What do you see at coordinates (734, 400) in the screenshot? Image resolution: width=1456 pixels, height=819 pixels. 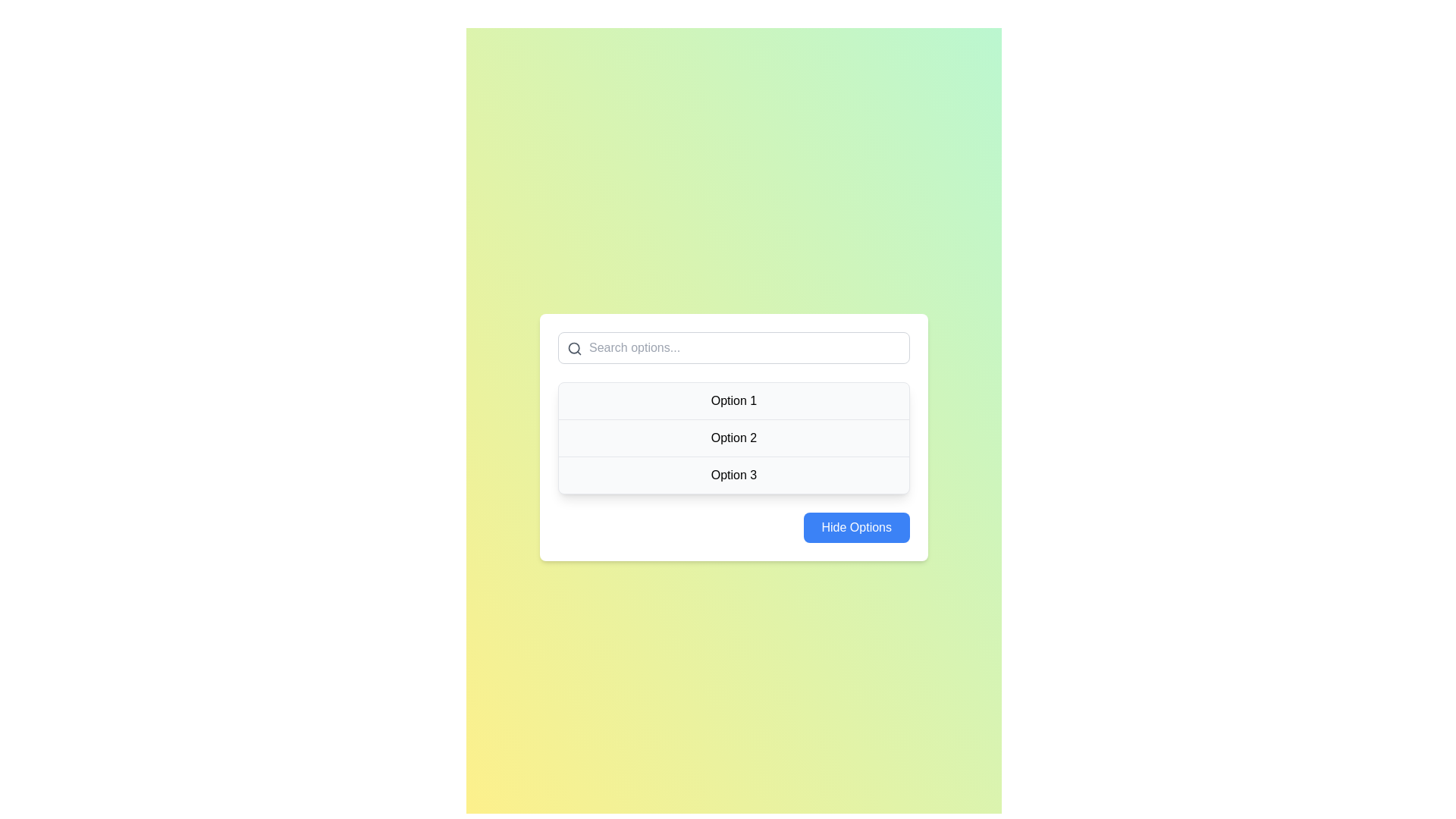 I see `the first list item labeled 'Option 1' in the dropdown menu` at bounding box center [734, 400].